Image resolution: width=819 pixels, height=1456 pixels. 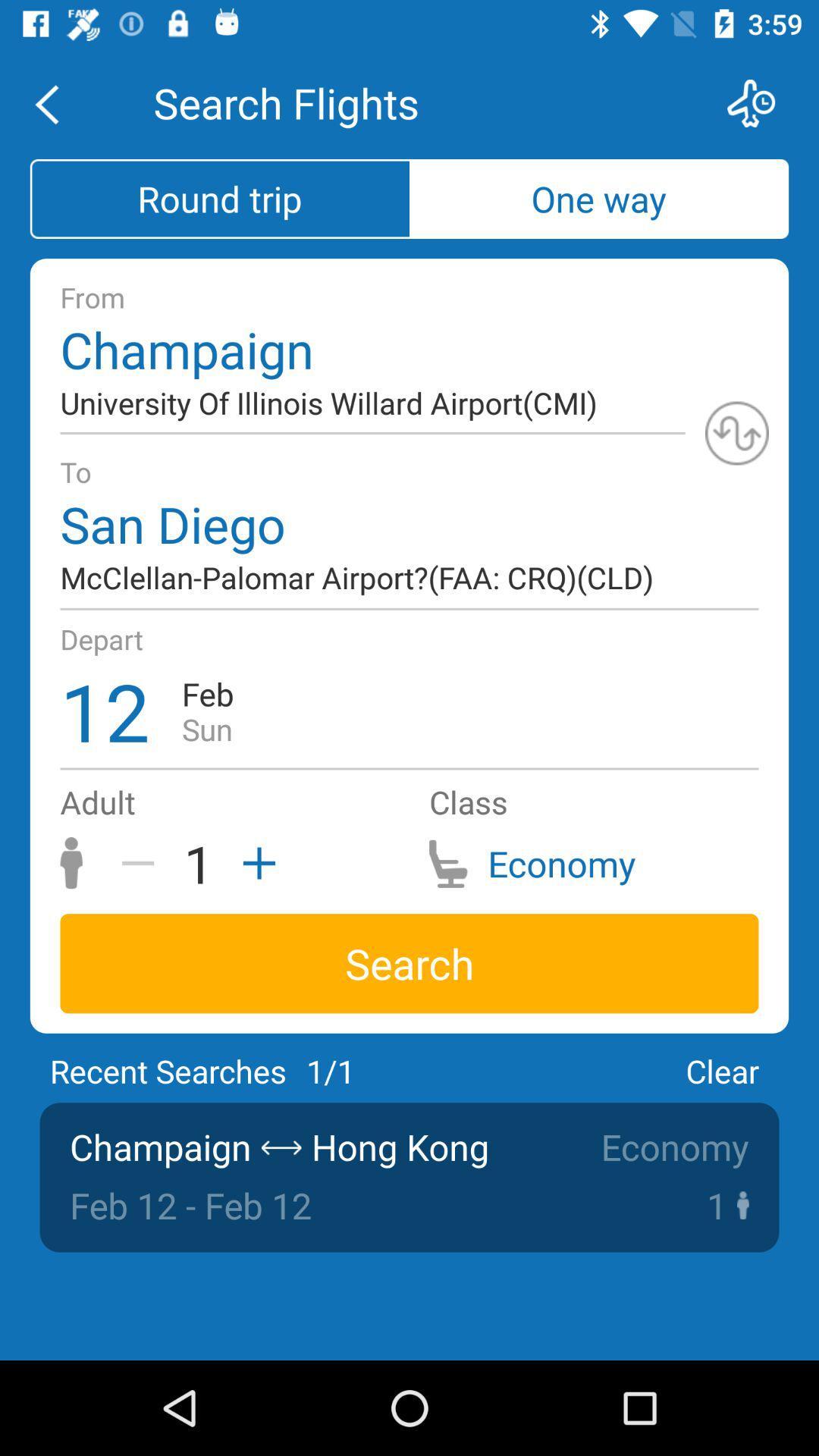 What do you see at coordinates (143, 863) in the screenshot?
I see `item next to 1 icon` at bounding box center [143, 863].